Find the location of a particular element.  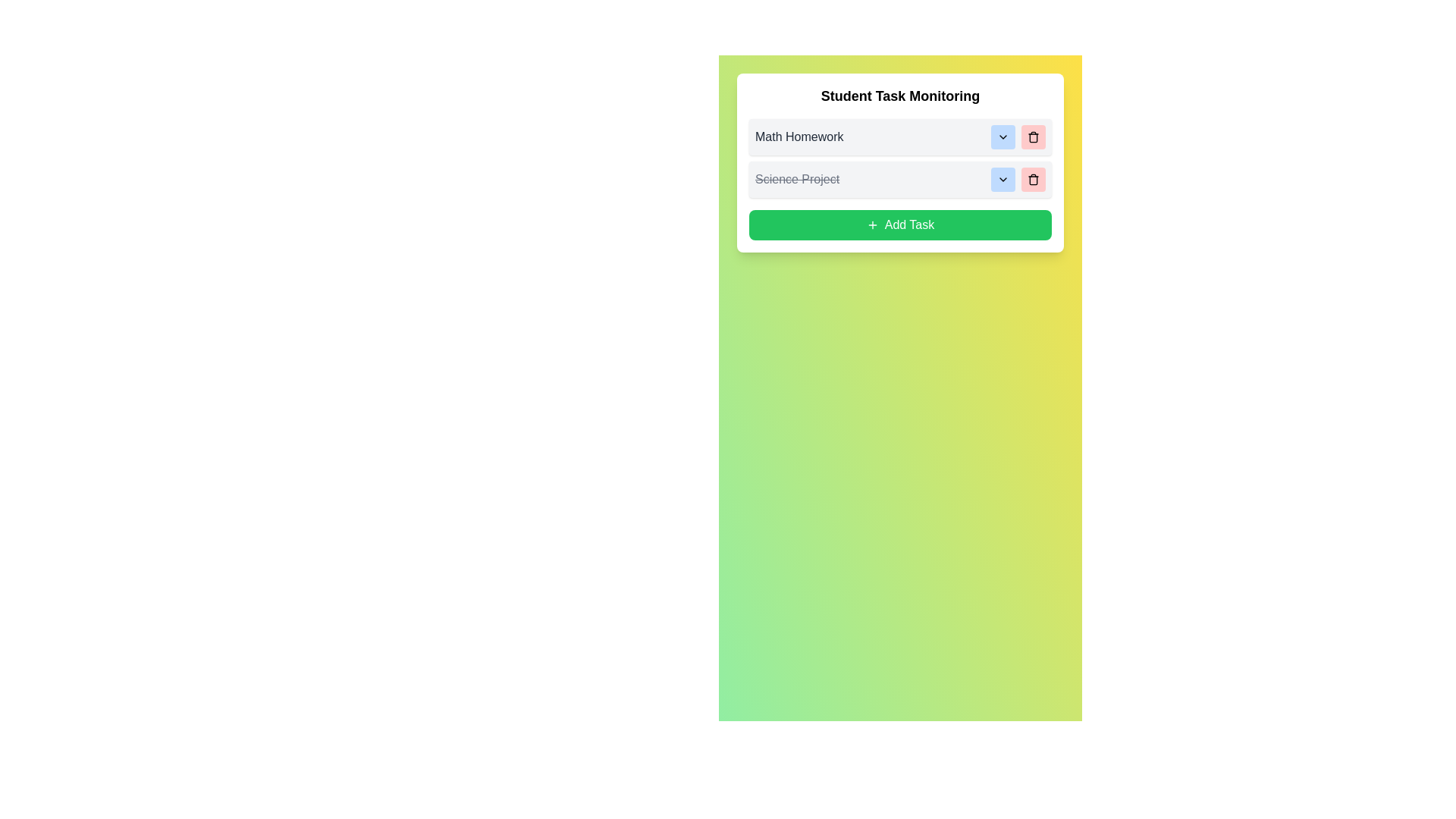

the first task item in the 'Student Task Monitoring' panel is located at coordinates (900, 137).